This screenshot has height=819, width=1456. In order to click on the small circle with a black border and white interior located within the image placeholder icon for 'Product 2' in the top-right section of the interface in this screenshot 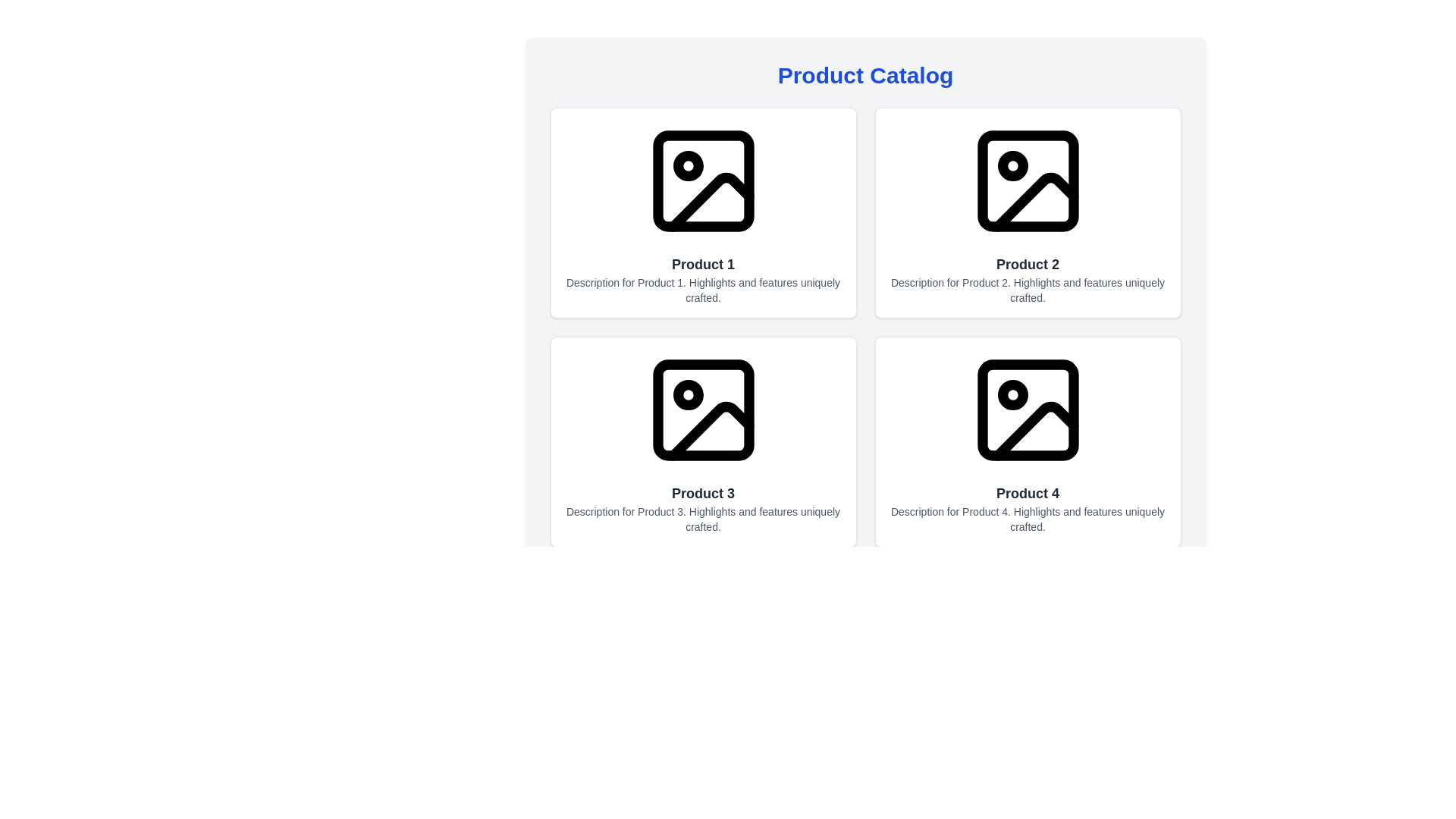, I will do `click(1012, 166)`.